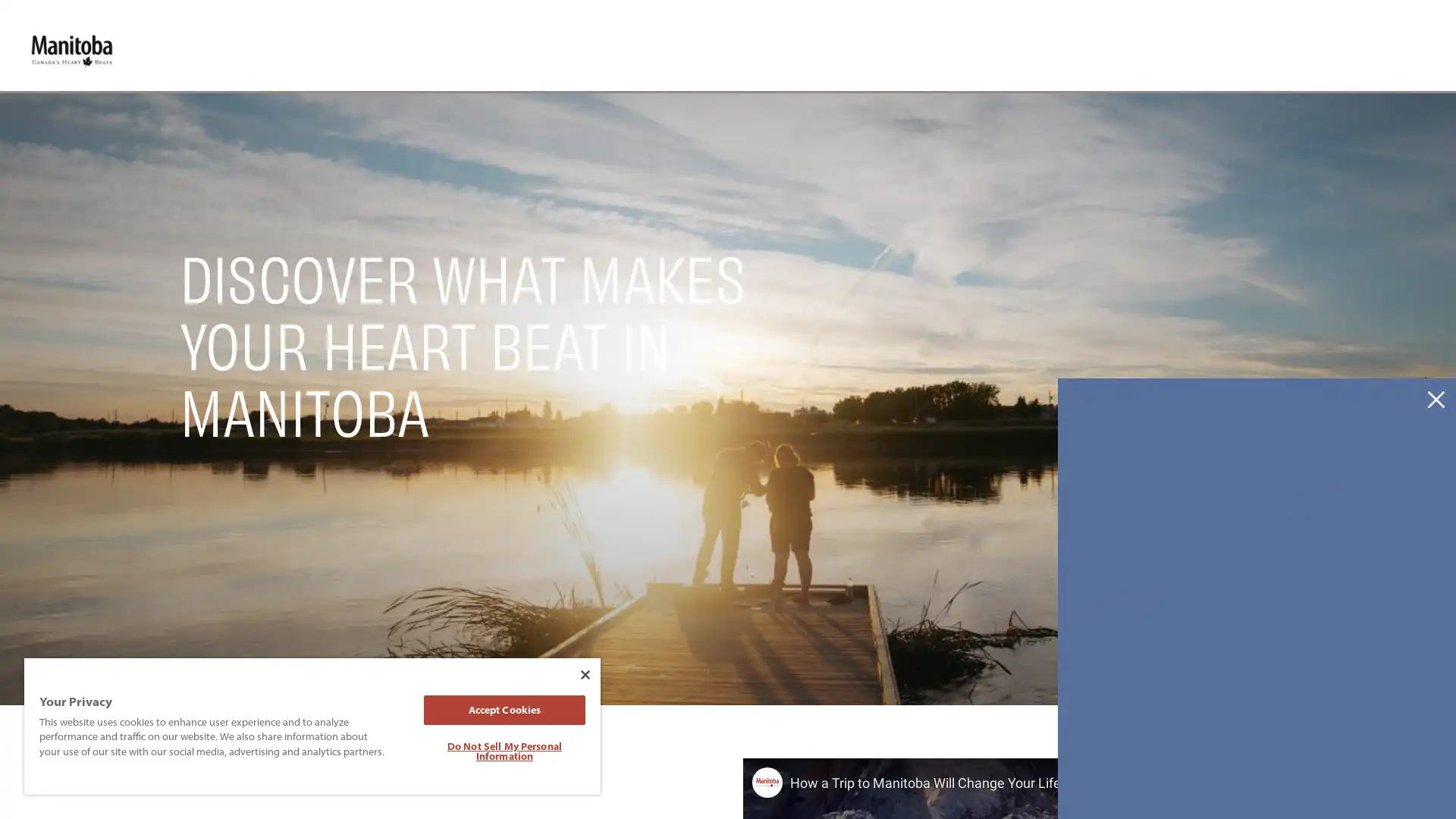 The height and width of the screenshot is (819, 1456). What do you see at coordinates (504, 709) in the screenshot?
I see `Accept Cookies` at bounding box center [504, 709].